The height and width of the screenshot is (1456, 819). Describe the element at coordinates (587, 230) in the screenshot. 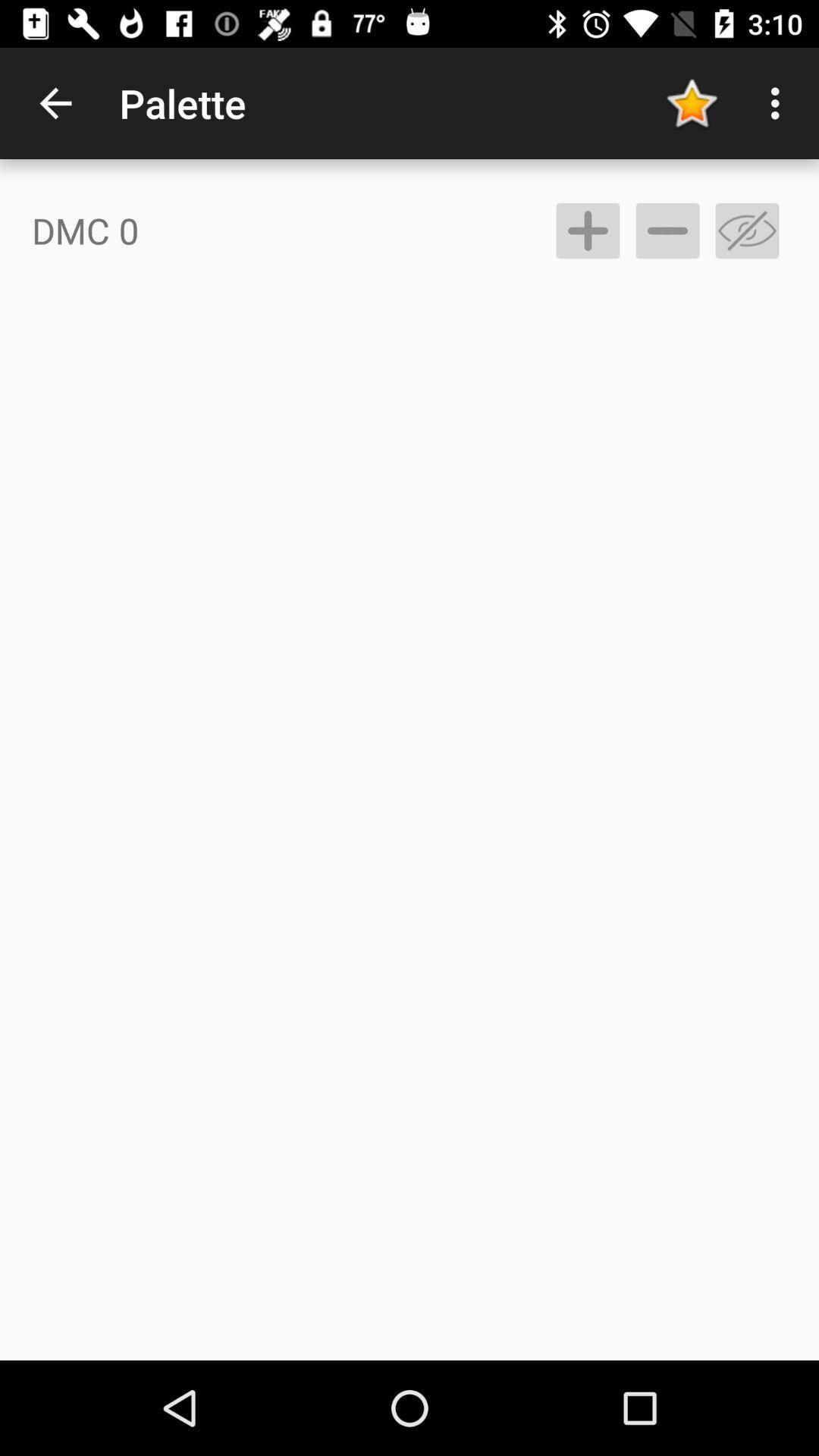

I see `new` at that location.